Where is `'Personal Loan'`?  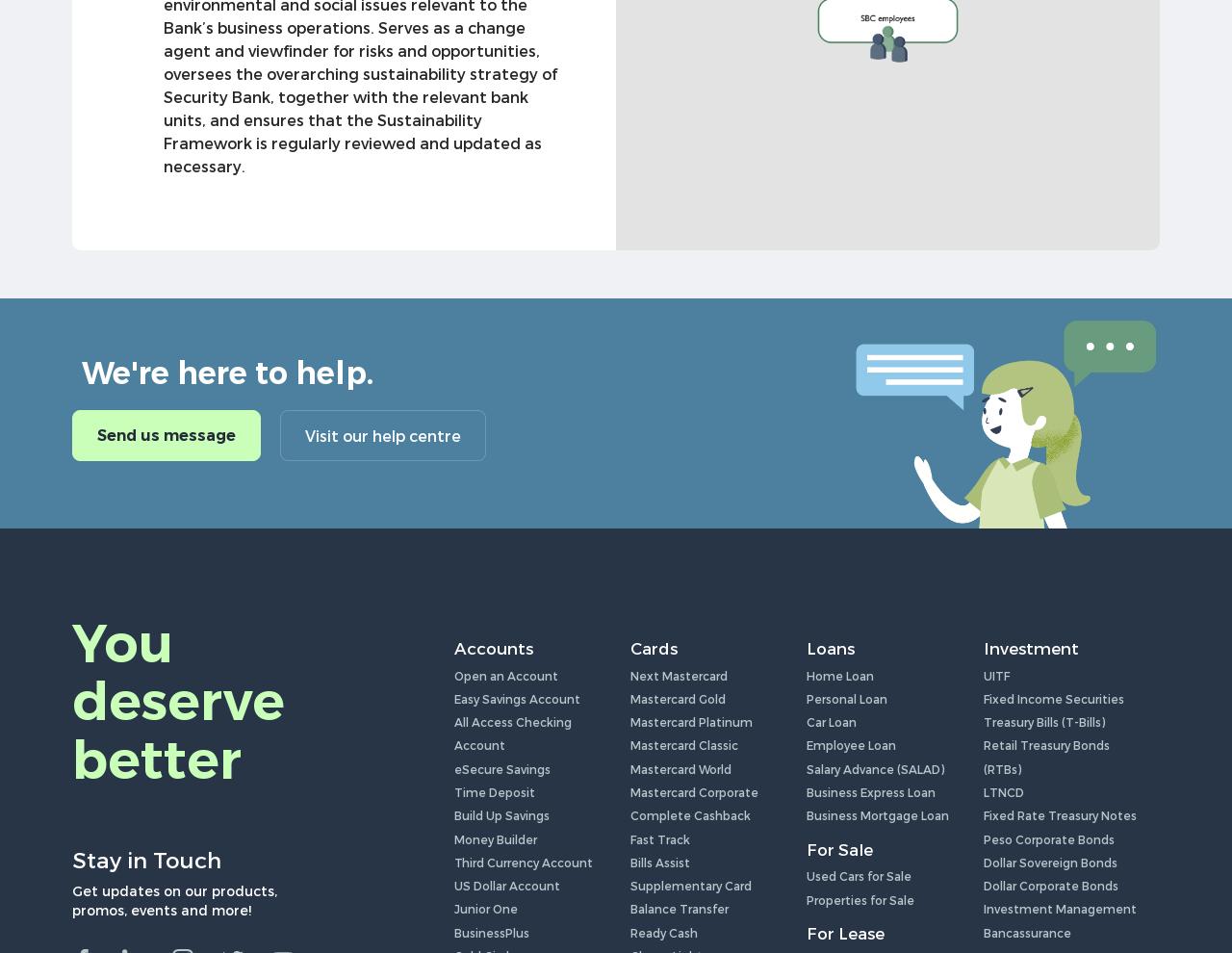 'Personal Loan' is located at coordinates (847, 696).